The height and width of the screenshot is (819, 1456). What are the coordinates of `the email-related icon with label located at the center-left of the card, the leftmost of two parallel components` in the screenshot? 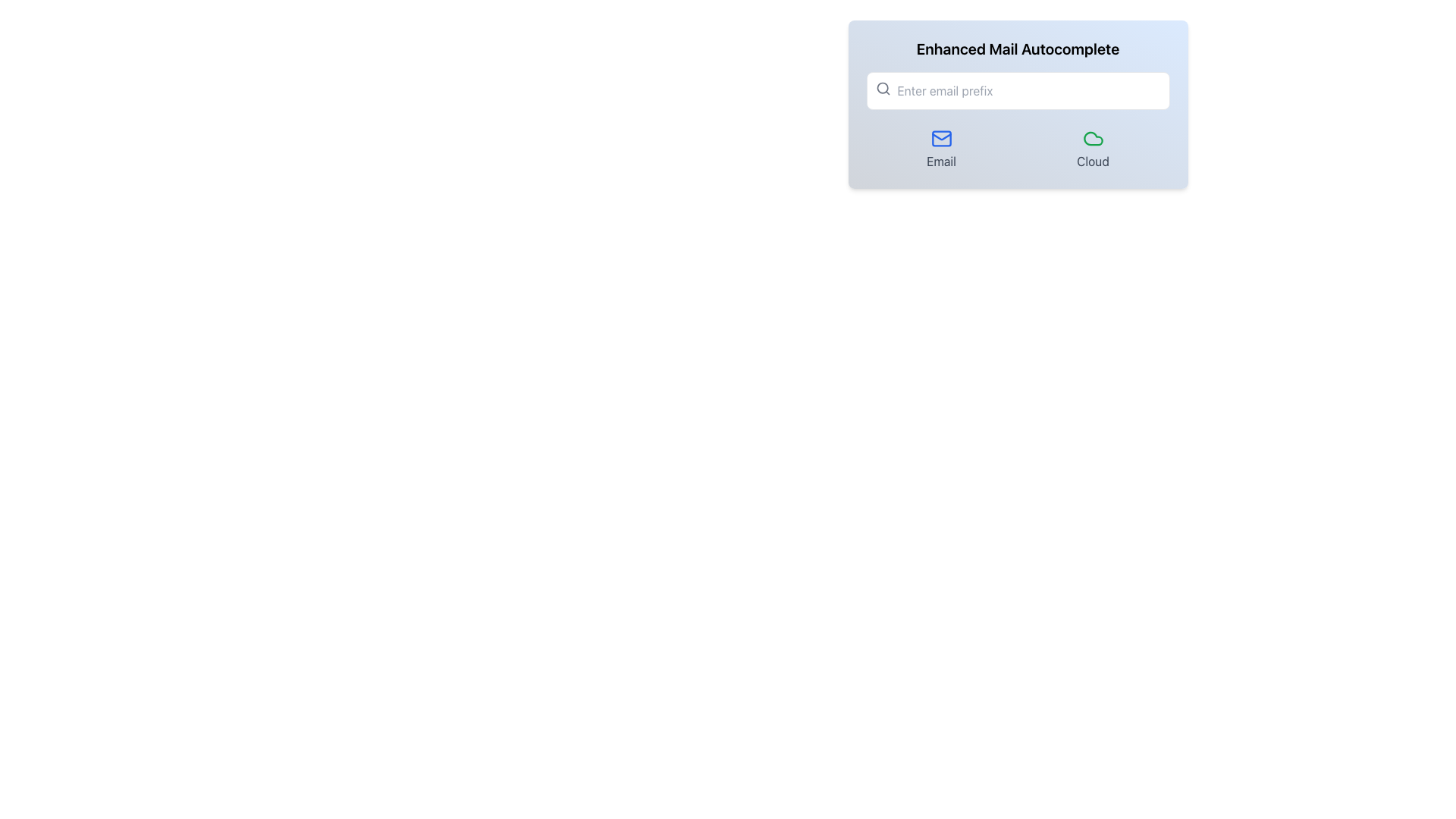 It's located at (940, 149).